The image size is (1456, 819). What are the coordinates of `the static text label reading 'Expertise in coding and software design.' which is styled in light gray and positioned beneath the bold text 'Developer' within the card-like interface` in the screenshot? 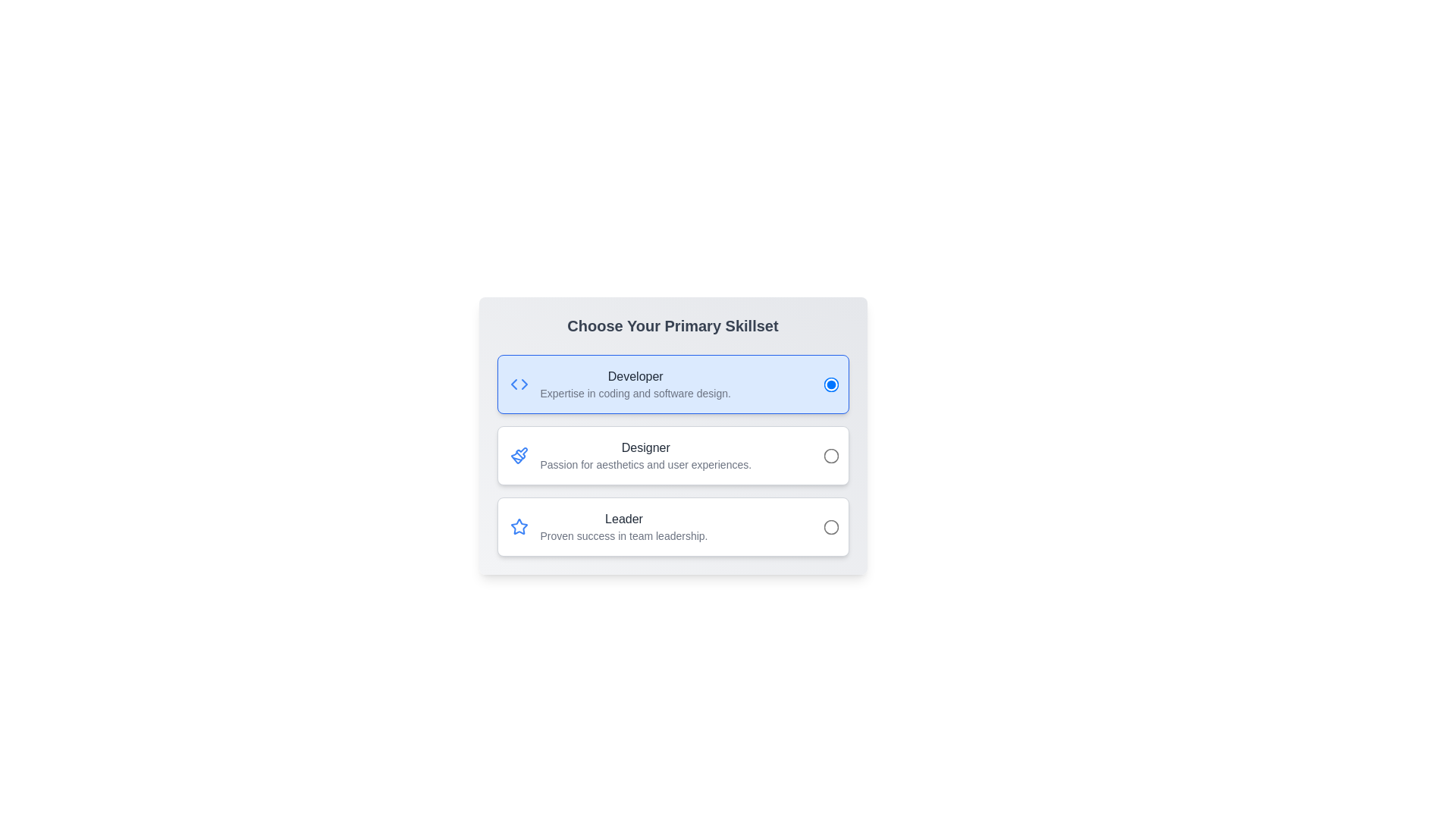 It's located at (635, 393).